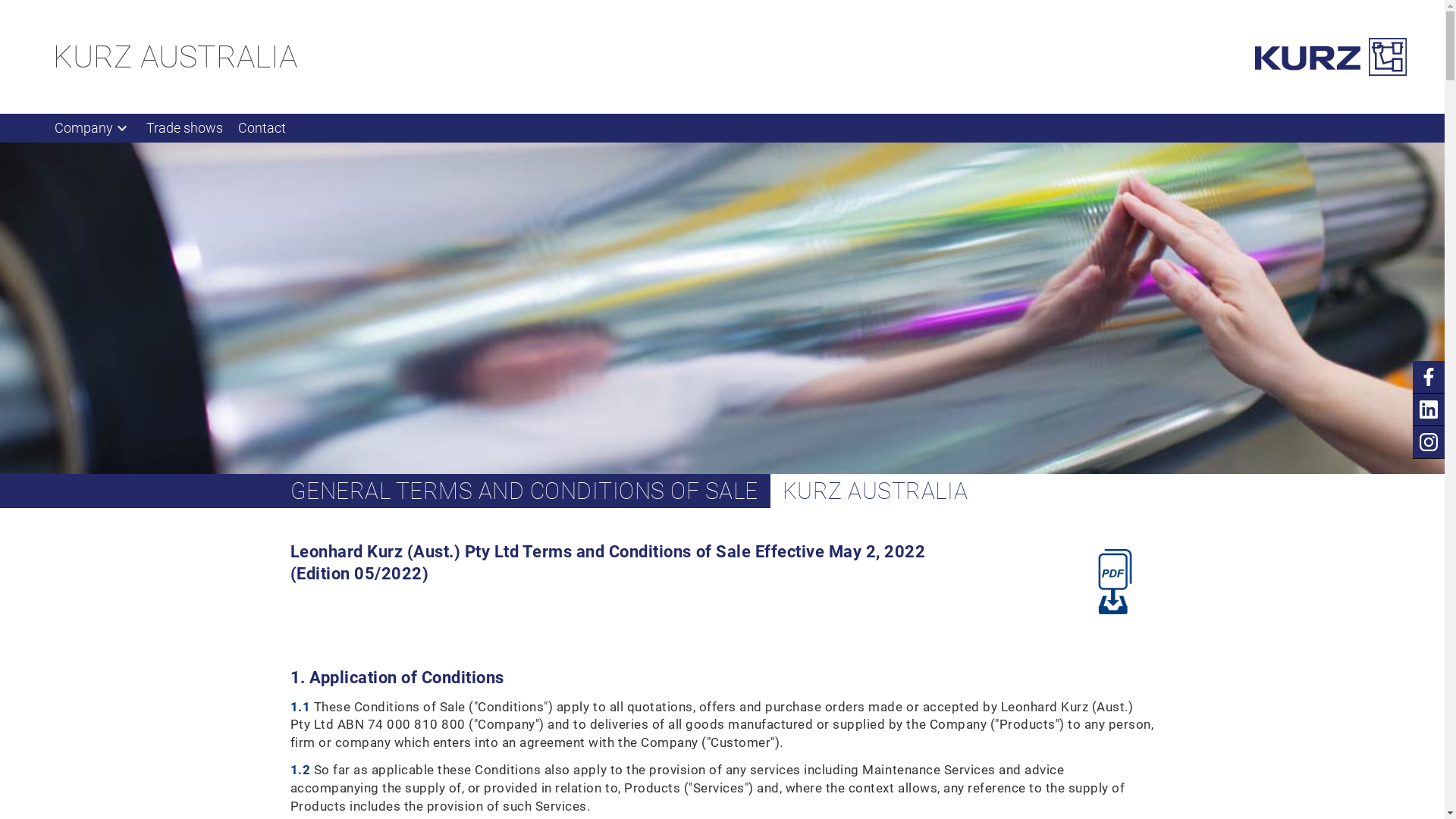 The width and height of the screenshot is (1456, 819). Describe the element at coordinates (262, 127) in the screenshot. I see `'Contact'` at that location.